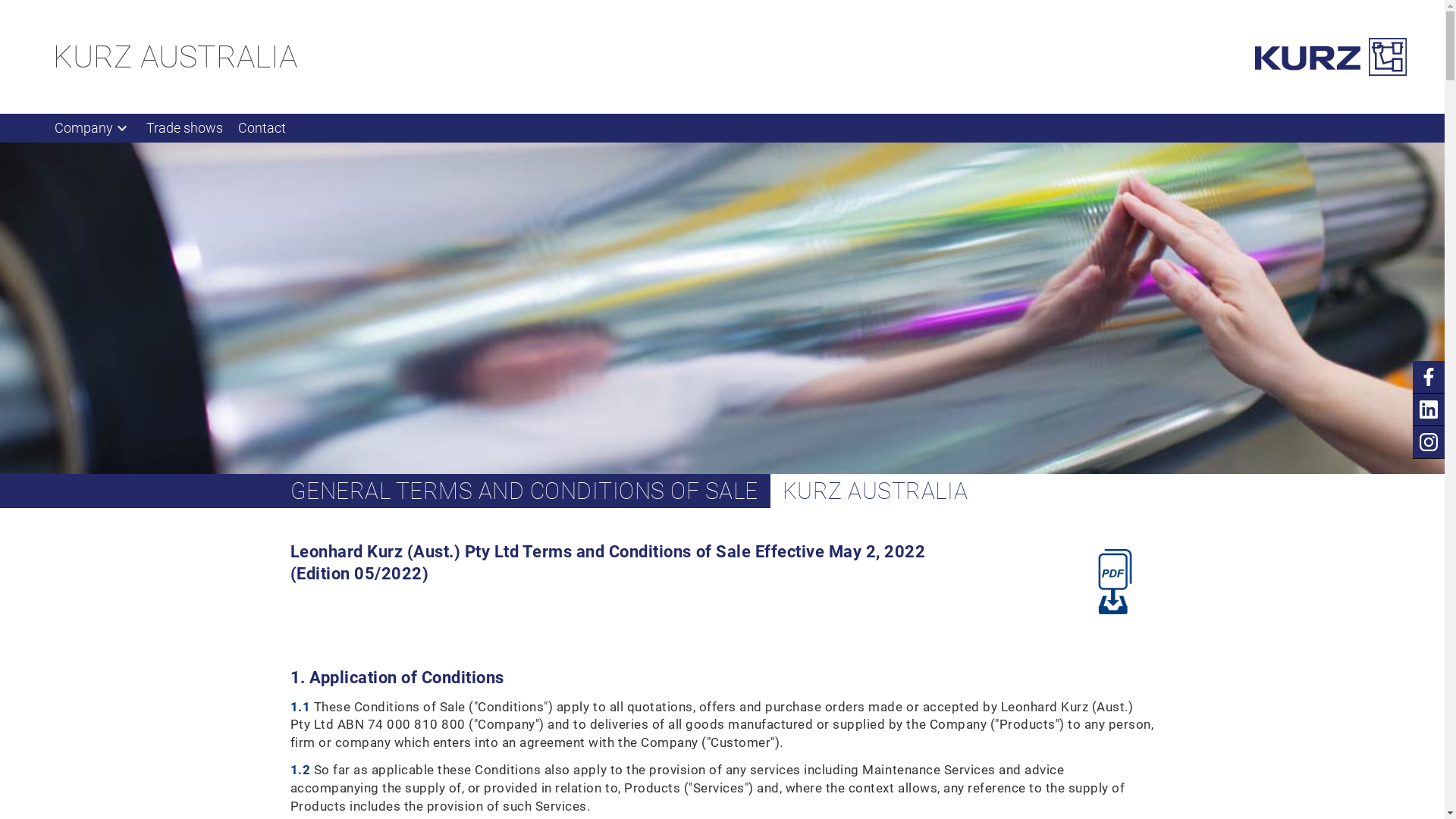 The width and height of the screenshot is (1456, 819). Describe the element at coordinates (262, 127) in the screenshot. I see `'Contact'` at that location.